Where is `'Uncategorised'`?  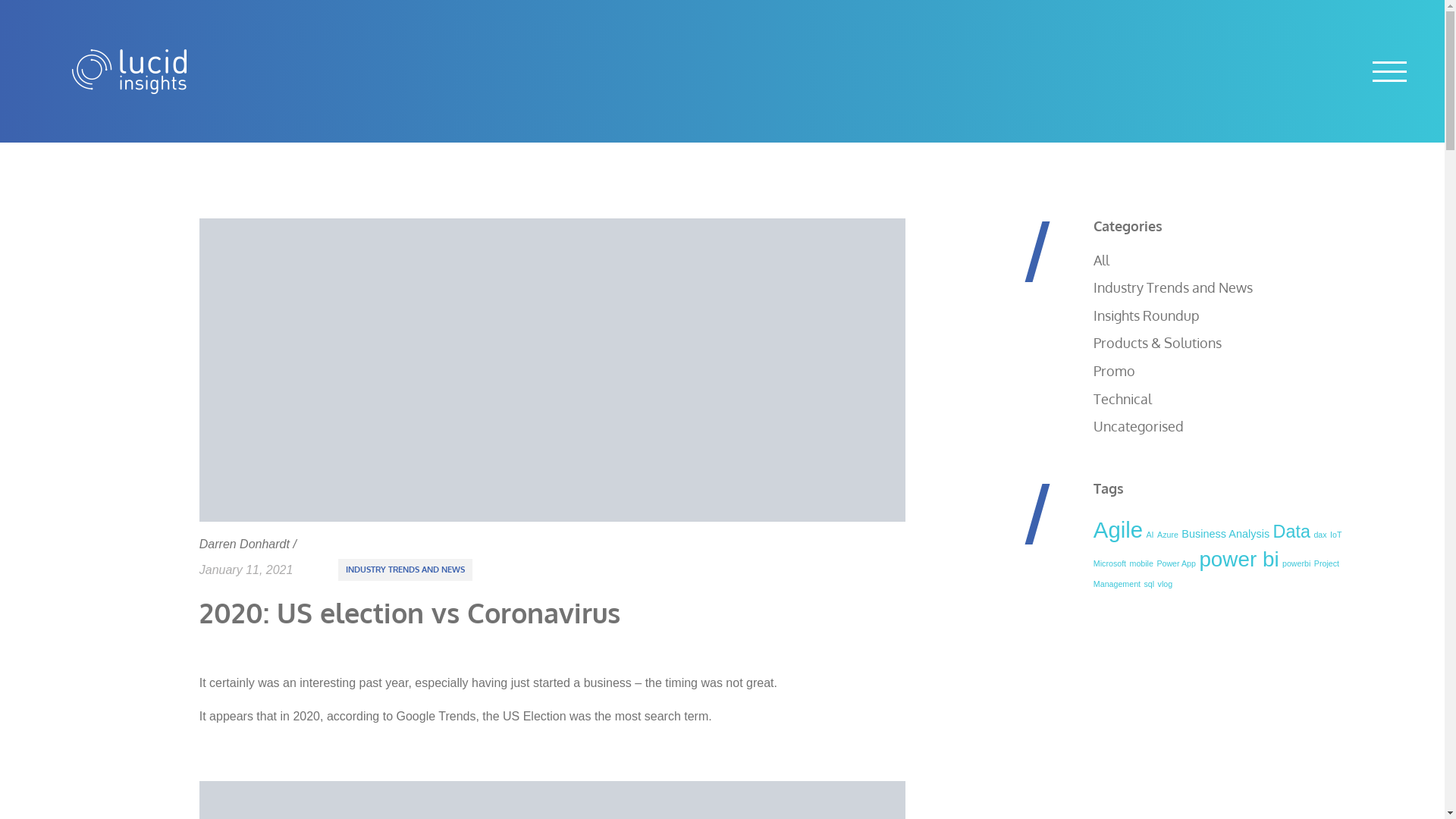 'Uncategorised' is located at coordinates (1138, 426).